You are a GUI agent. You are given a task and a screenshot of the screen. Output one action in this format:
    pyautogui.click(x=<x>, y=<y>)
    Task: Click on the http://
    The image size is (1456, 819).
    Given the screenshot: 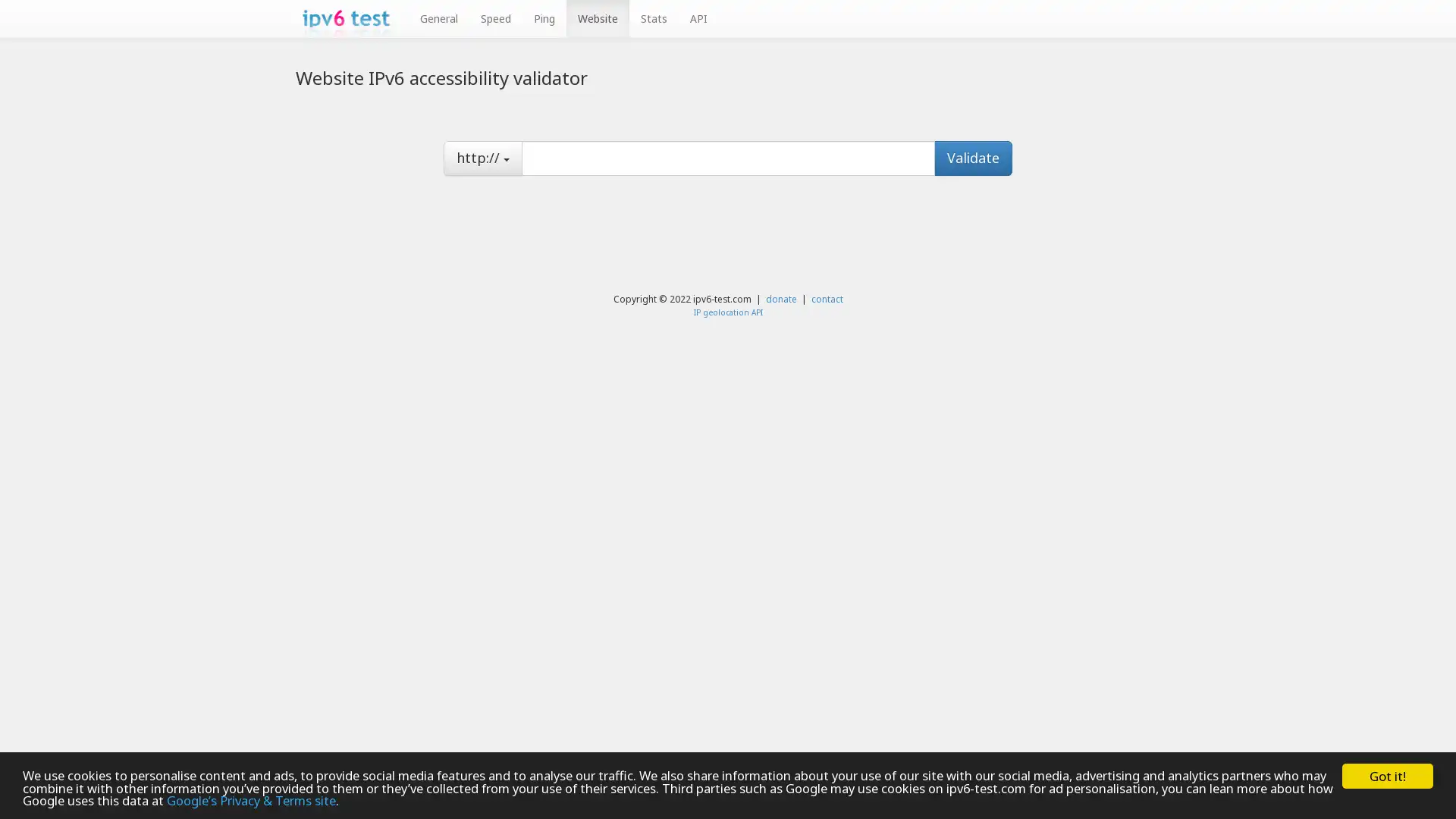 What is the action you would take?
    pyautogui.click(x=482, y=158)
    